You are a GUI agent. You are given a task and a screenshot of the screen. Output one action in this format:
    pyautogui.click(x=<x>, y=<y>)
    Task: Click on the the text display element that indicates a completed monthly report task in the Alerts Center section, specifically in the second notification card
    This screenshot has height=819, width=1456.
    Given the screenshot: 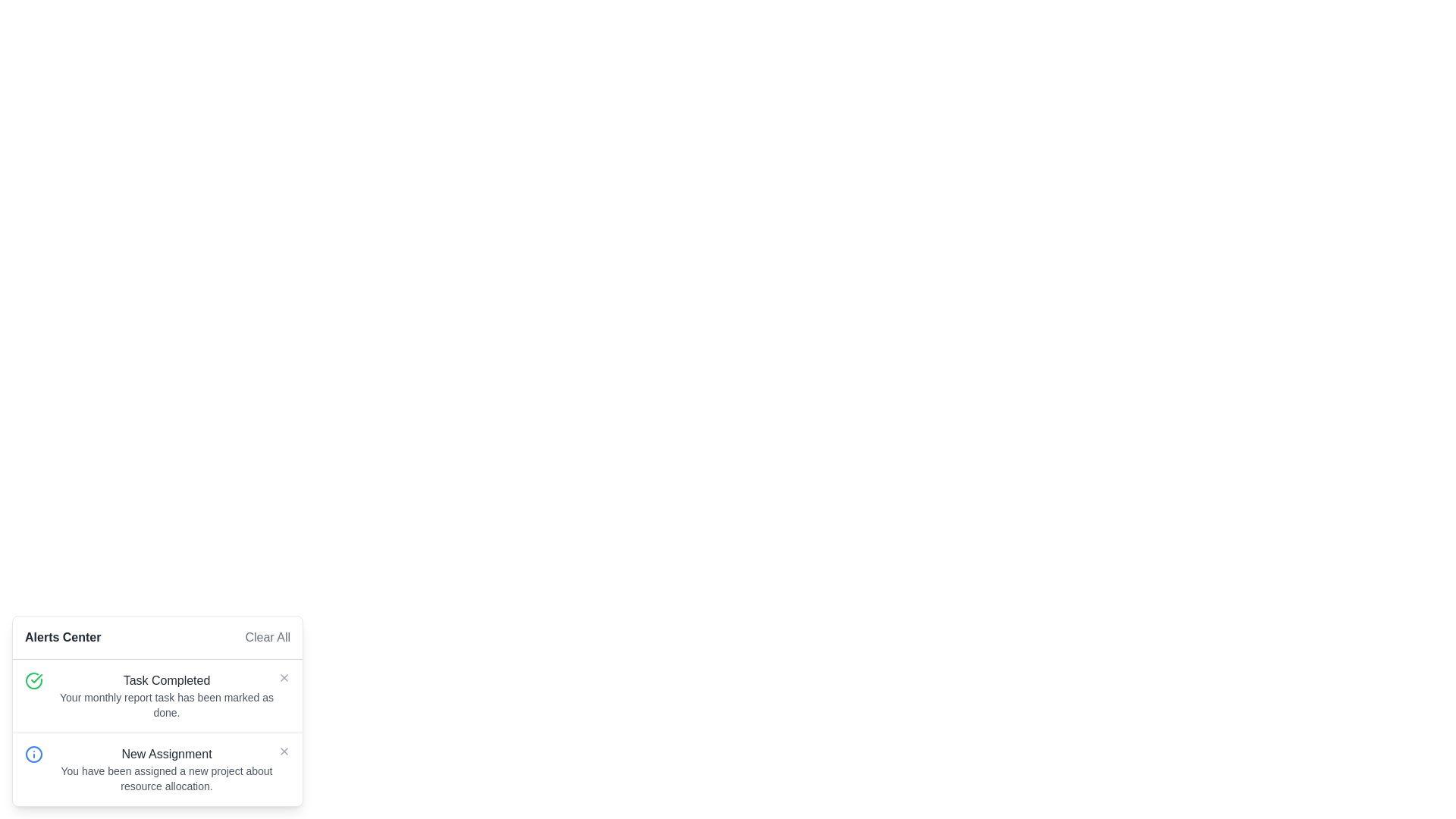 What is the action you would take?
    pyautogui.click(x=167, y=696)
    